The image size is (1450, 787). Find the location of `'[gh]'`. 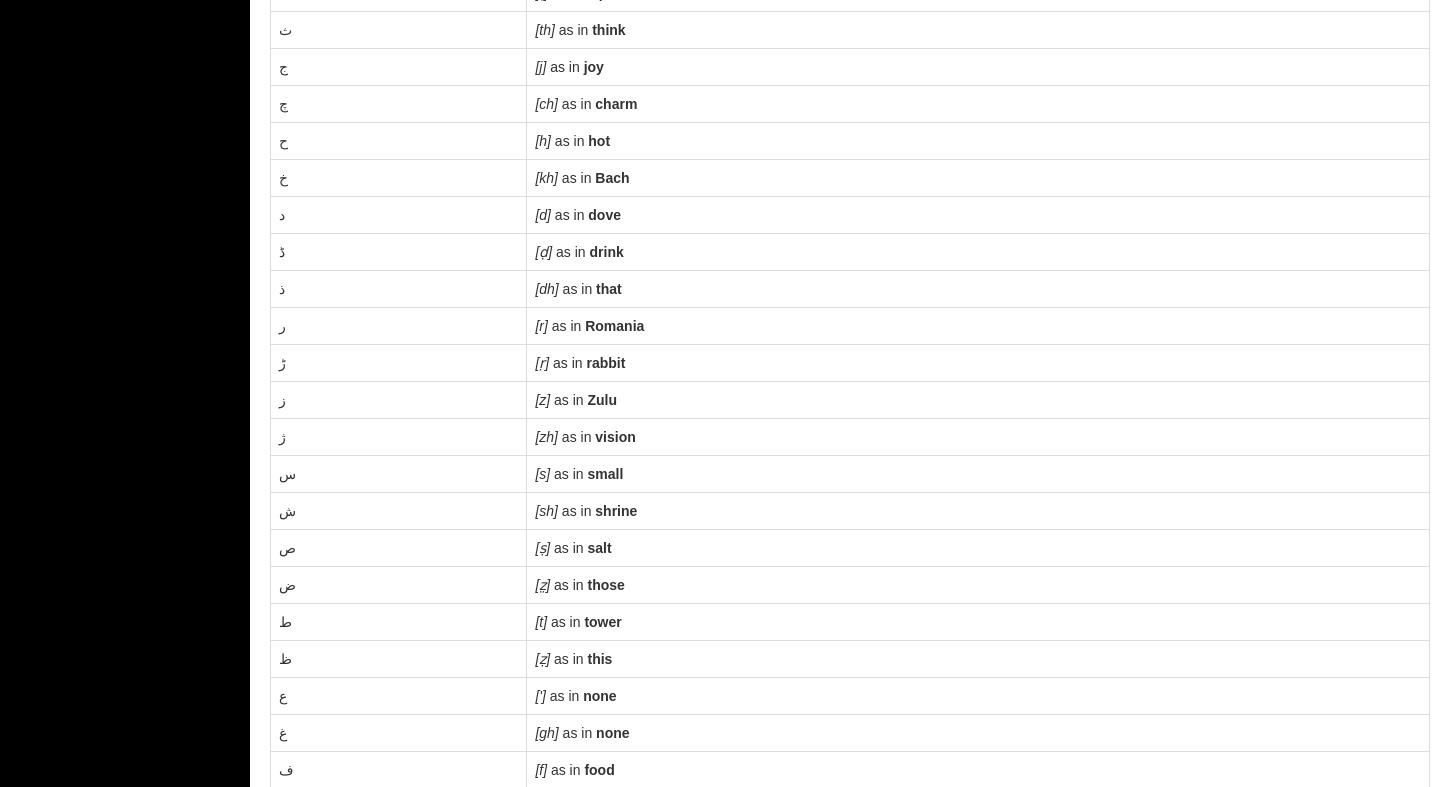

'[gh]' is located at coordinates (546, 733).